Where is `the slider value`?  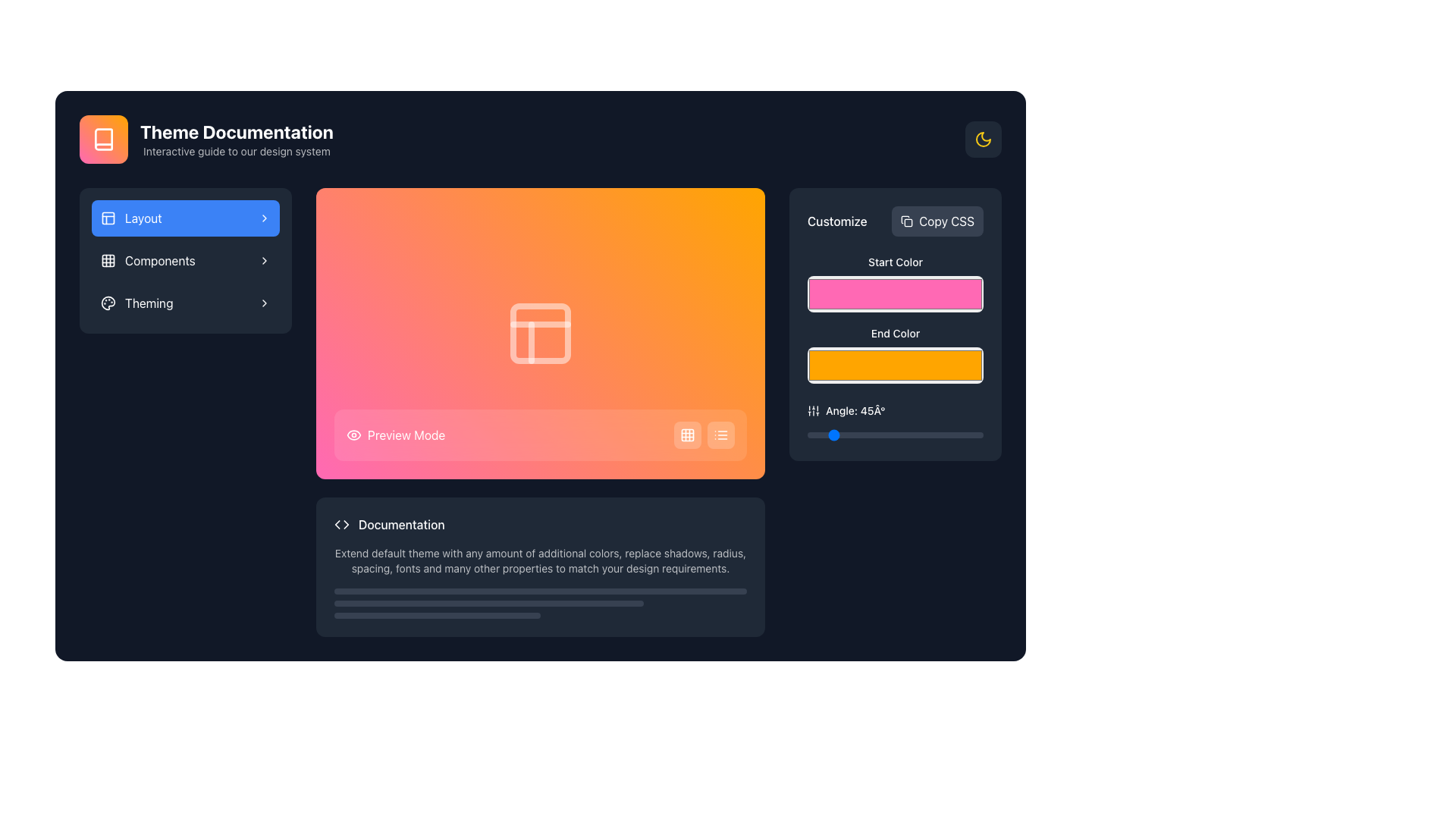 the slider value is located at coordinates (864, 435).